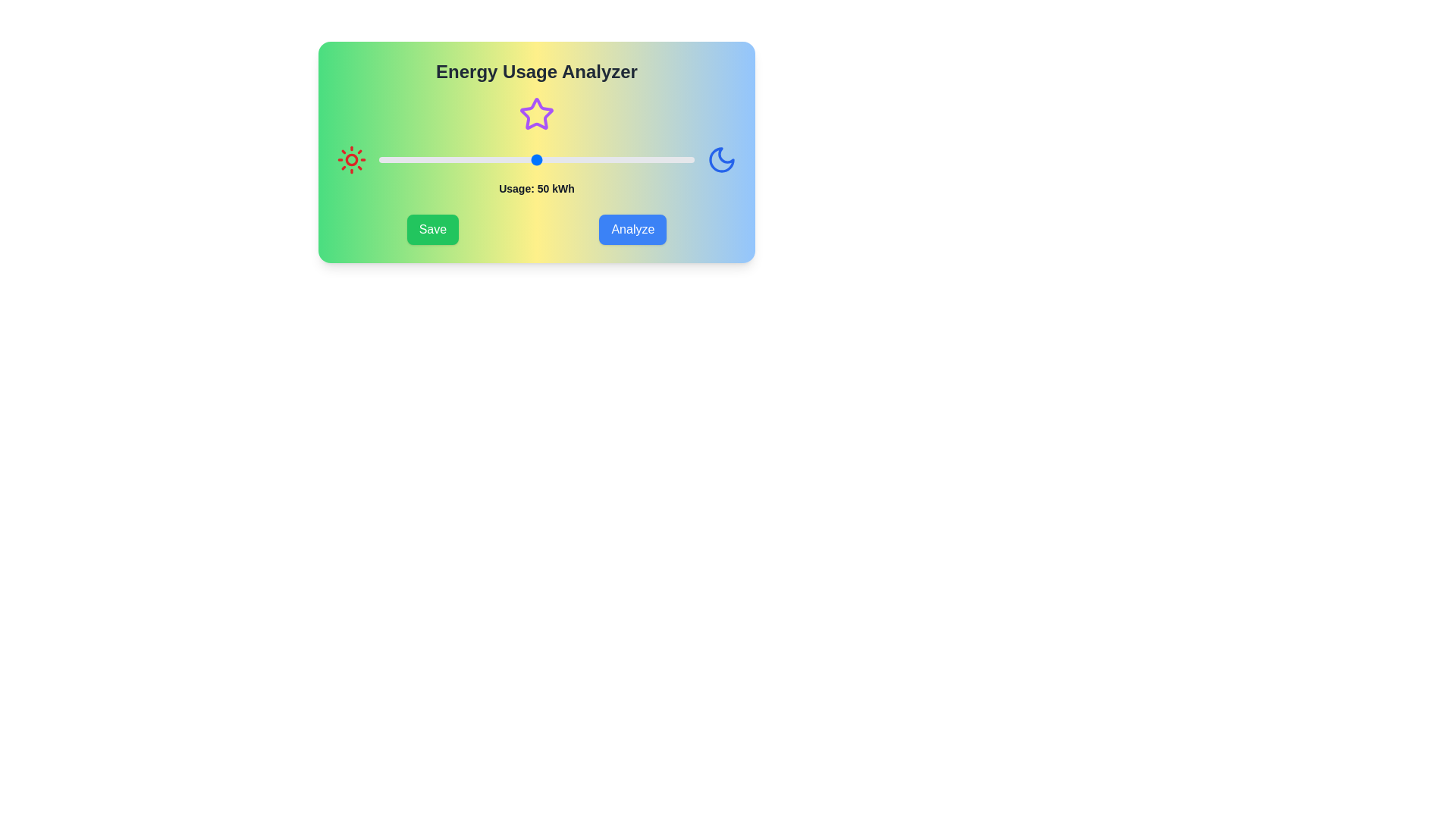 This screenshot has width=1456, height=819. Describe the element at coordinates (431, 230) in the screenshot. I see `the 'Save' button` at that location.